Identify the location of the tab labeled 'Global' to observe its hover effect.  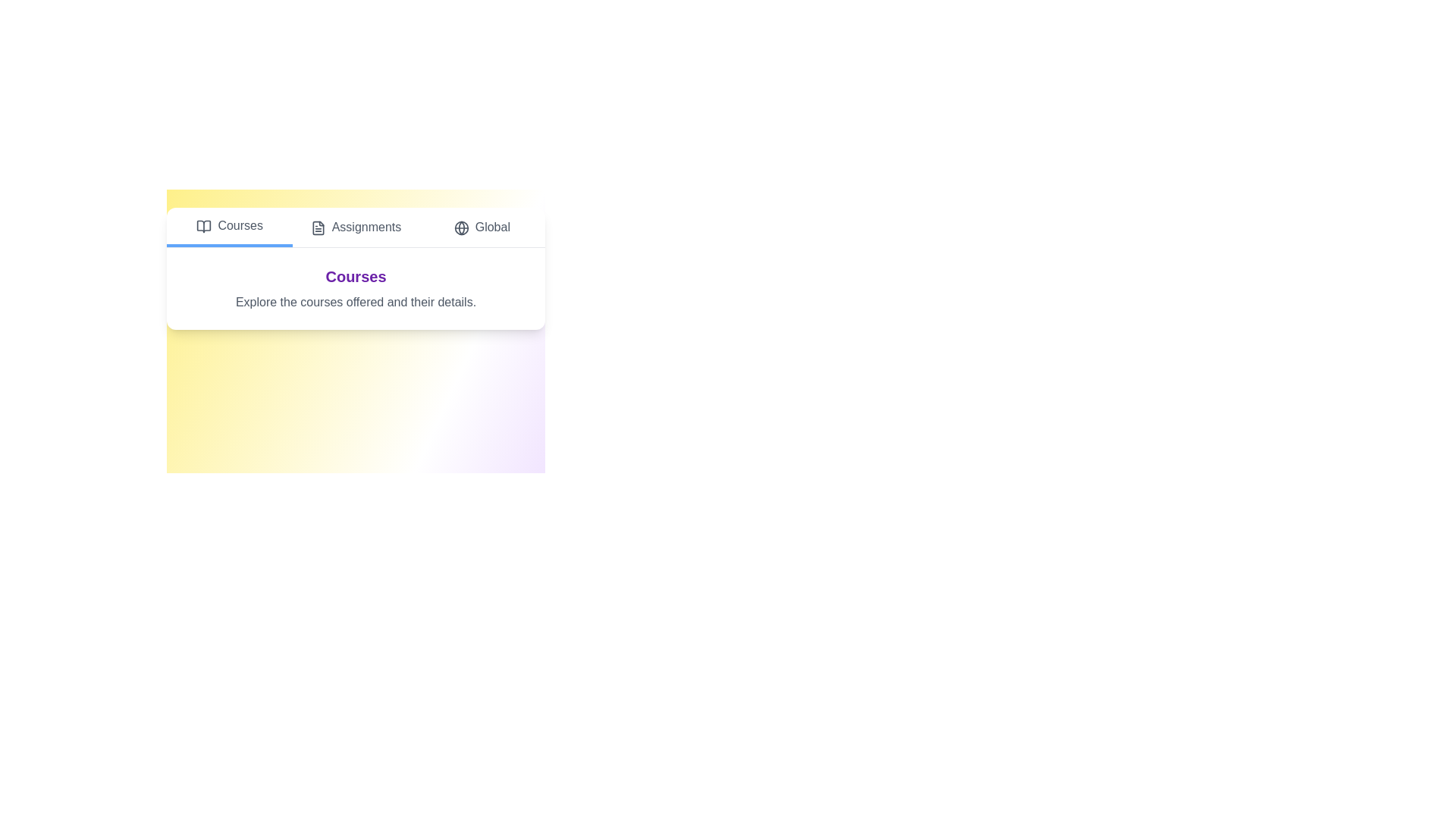
(480, 227).